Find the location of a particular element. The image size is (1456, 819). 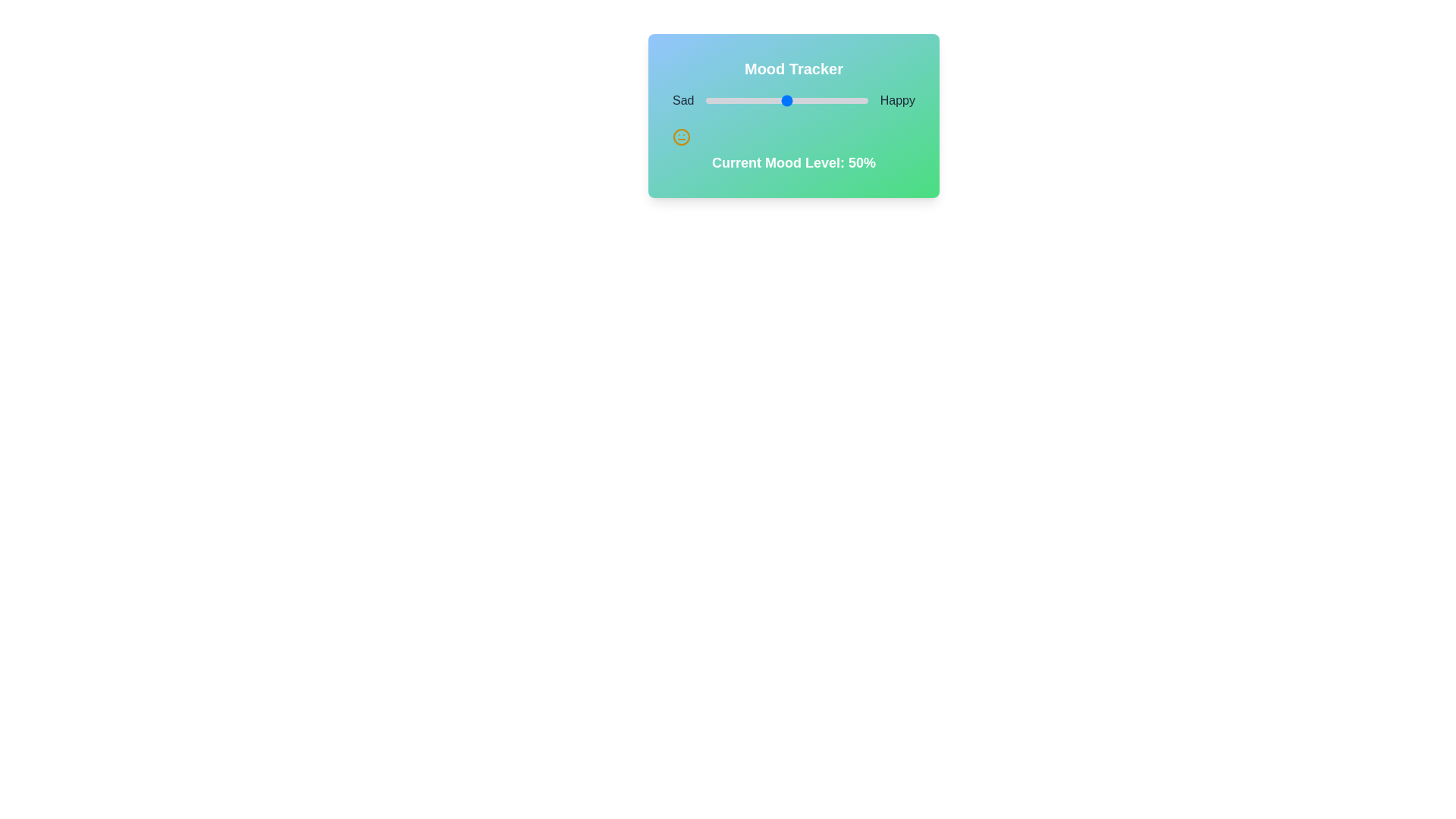

the mood slider to set the mood value to 85 is located at coordinates (843, 100).